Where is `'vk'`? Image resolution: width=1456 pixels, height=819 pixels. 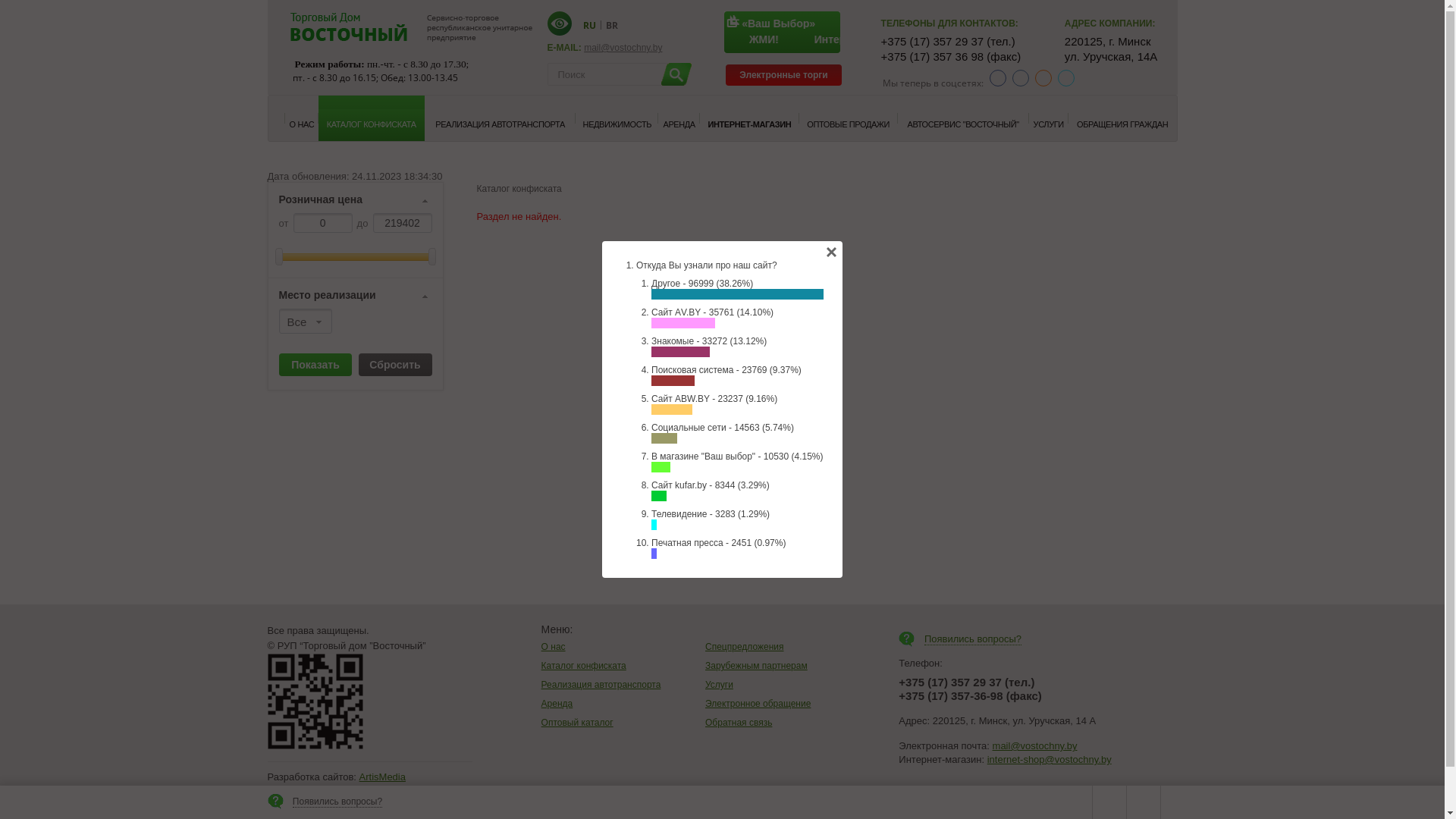 'vk' is located at coordinates (1020, 78).